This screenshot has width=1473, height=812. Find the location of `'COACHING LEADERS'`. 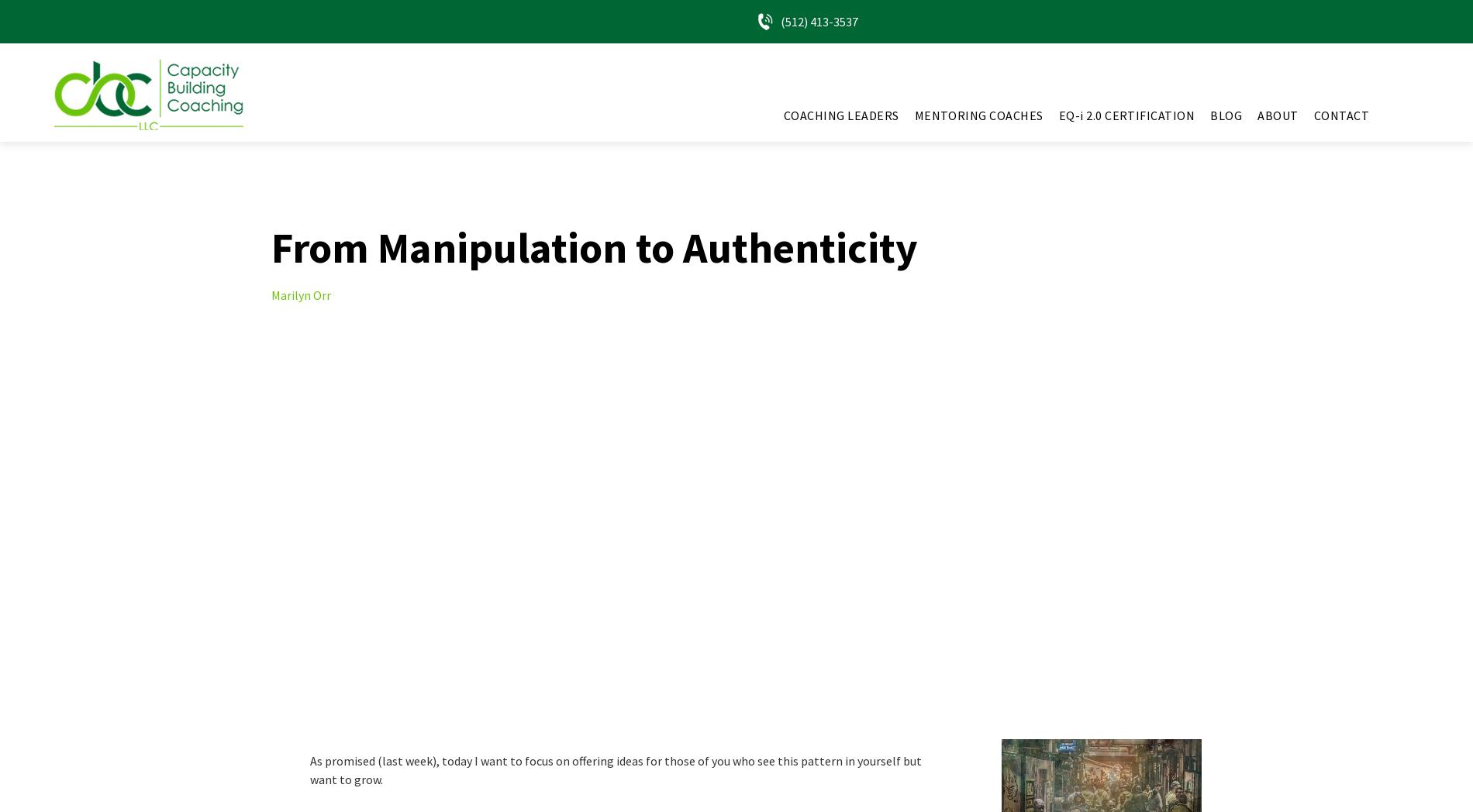

'COACHING LEADERS' is located at coordinates (783, 115).